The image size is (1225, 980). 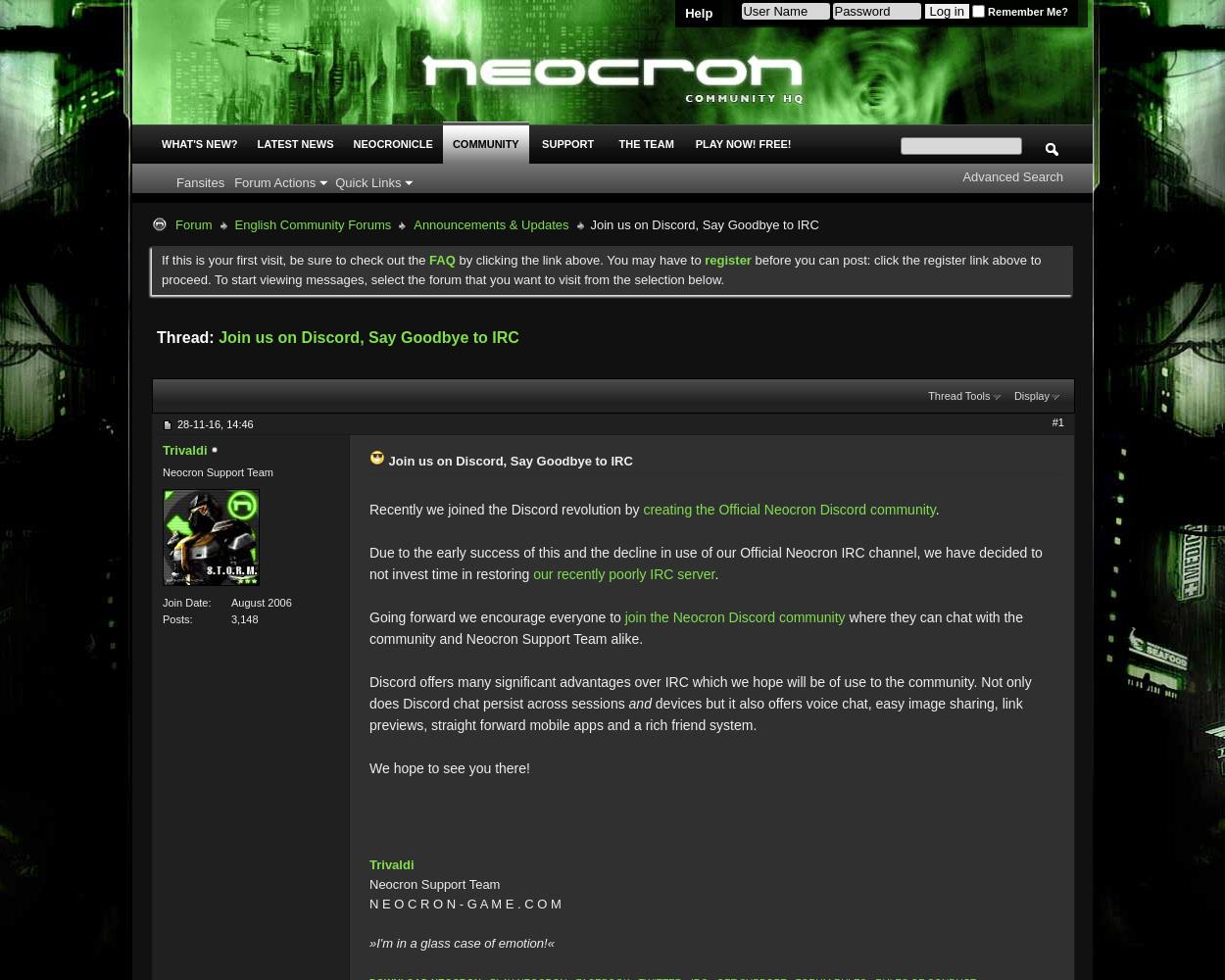 I want to click on 'If this is your first visit, be sure to
		check out the', so click(x=295, y=260).